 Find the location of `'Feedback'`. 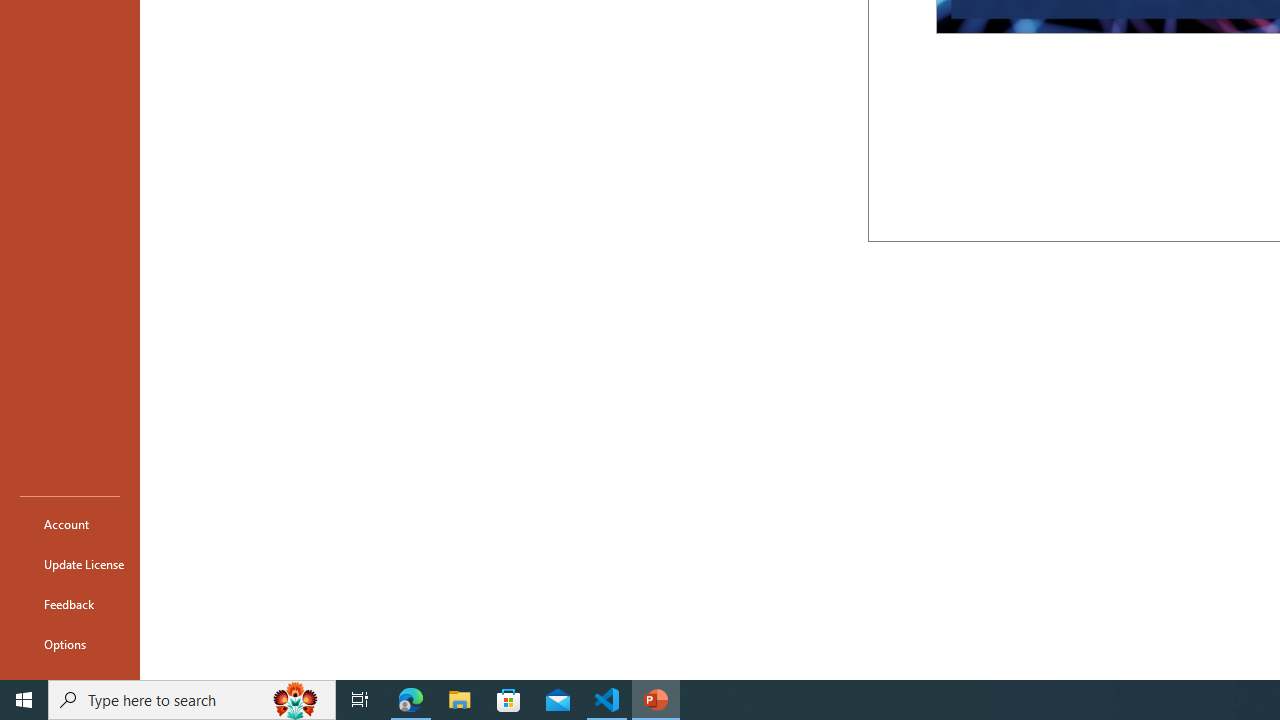

'Feedback' is located at coordinates (69, 603).